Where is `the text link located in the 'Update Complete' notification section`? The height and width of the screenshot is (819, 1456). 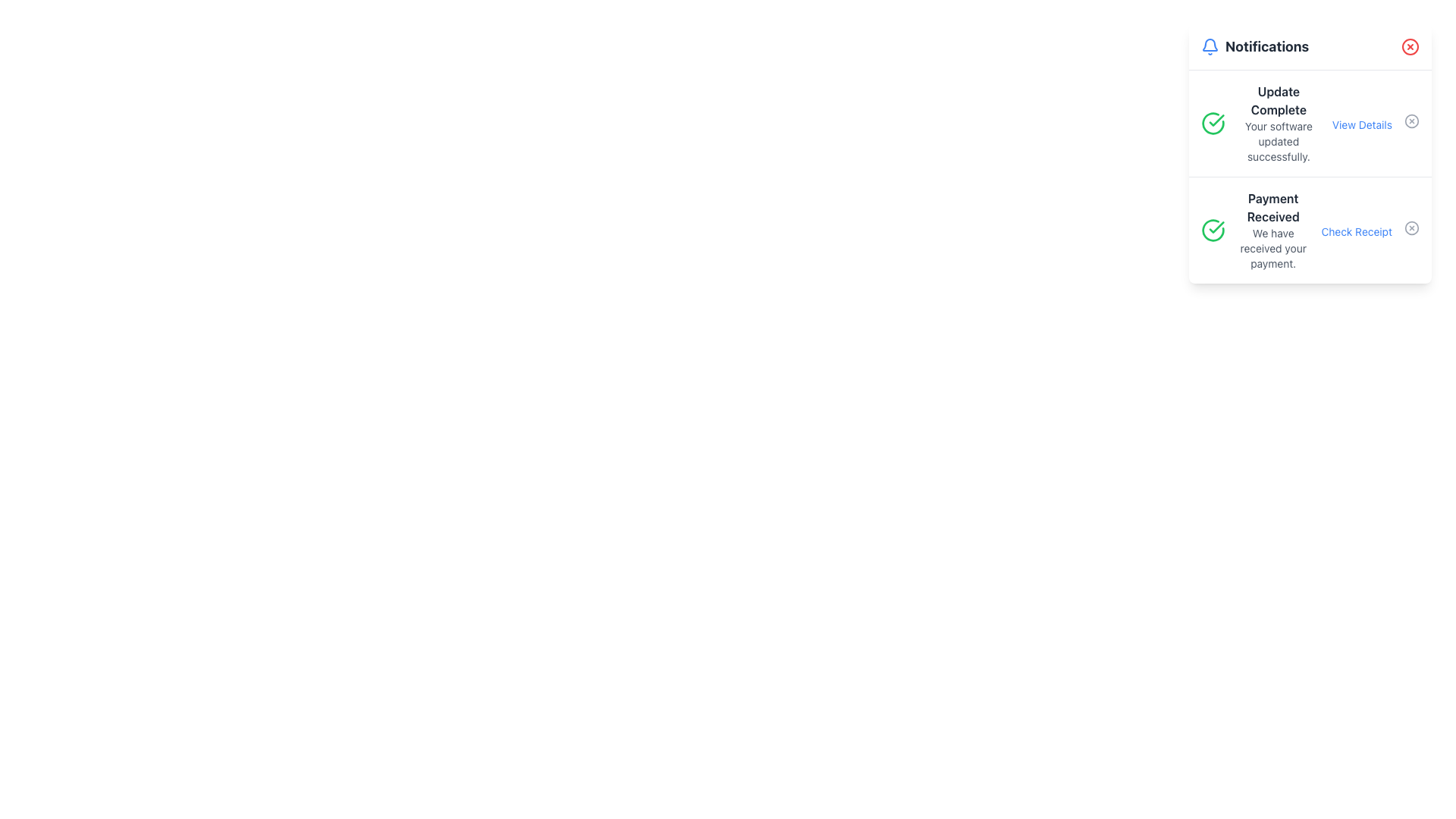
the text link located in the 'Update Complete' notification section is located at coordinates (1376, 122).